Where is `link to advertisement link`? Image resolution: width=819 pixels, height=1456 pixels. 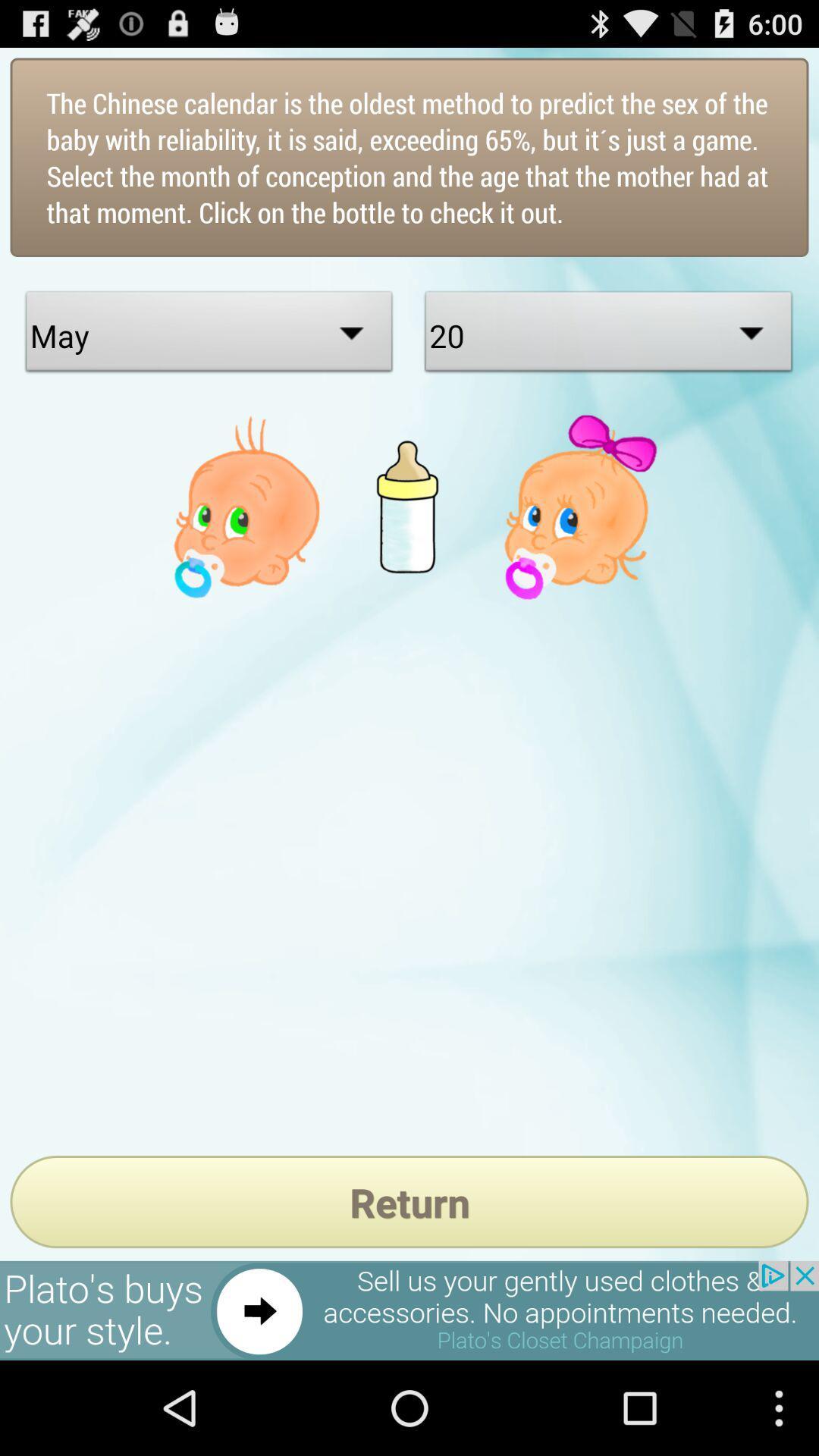
link to advertisement link is located at coordinates (409, 1310).